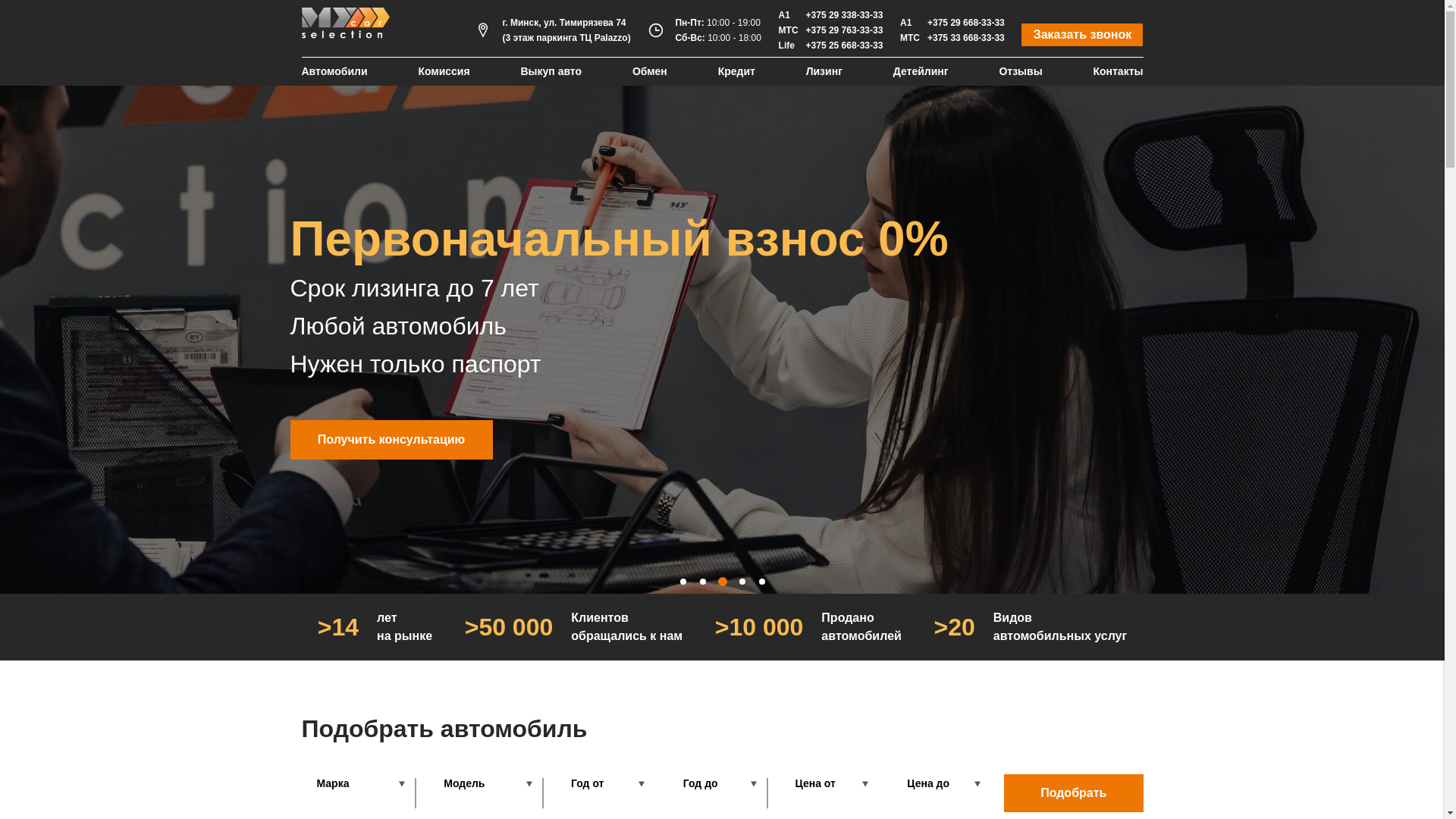 Image resolution: width=1456 pixels, height=819 pixels. What do you see at coordinates (965, 23) in the screenshot?
I see `'+375 29 668-33-33'` at bounding box center [965, 23].